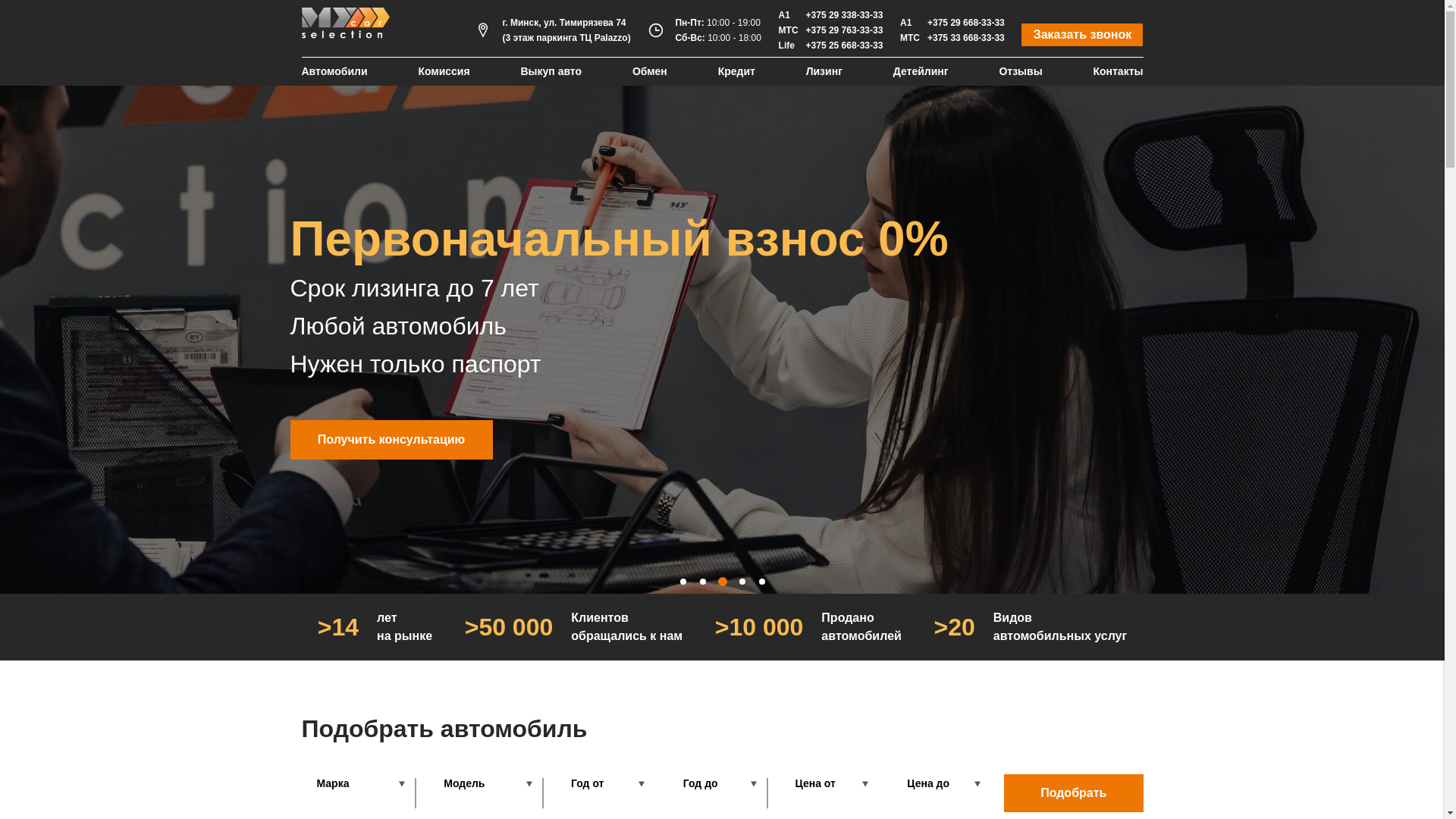 Image resolution: width=1456 pixels, height=819 pixels. What do you see at coordinates (965, 23) in the screenshot?
I see `'+375 29 668-33-33'` at bounding box center [965, 23].